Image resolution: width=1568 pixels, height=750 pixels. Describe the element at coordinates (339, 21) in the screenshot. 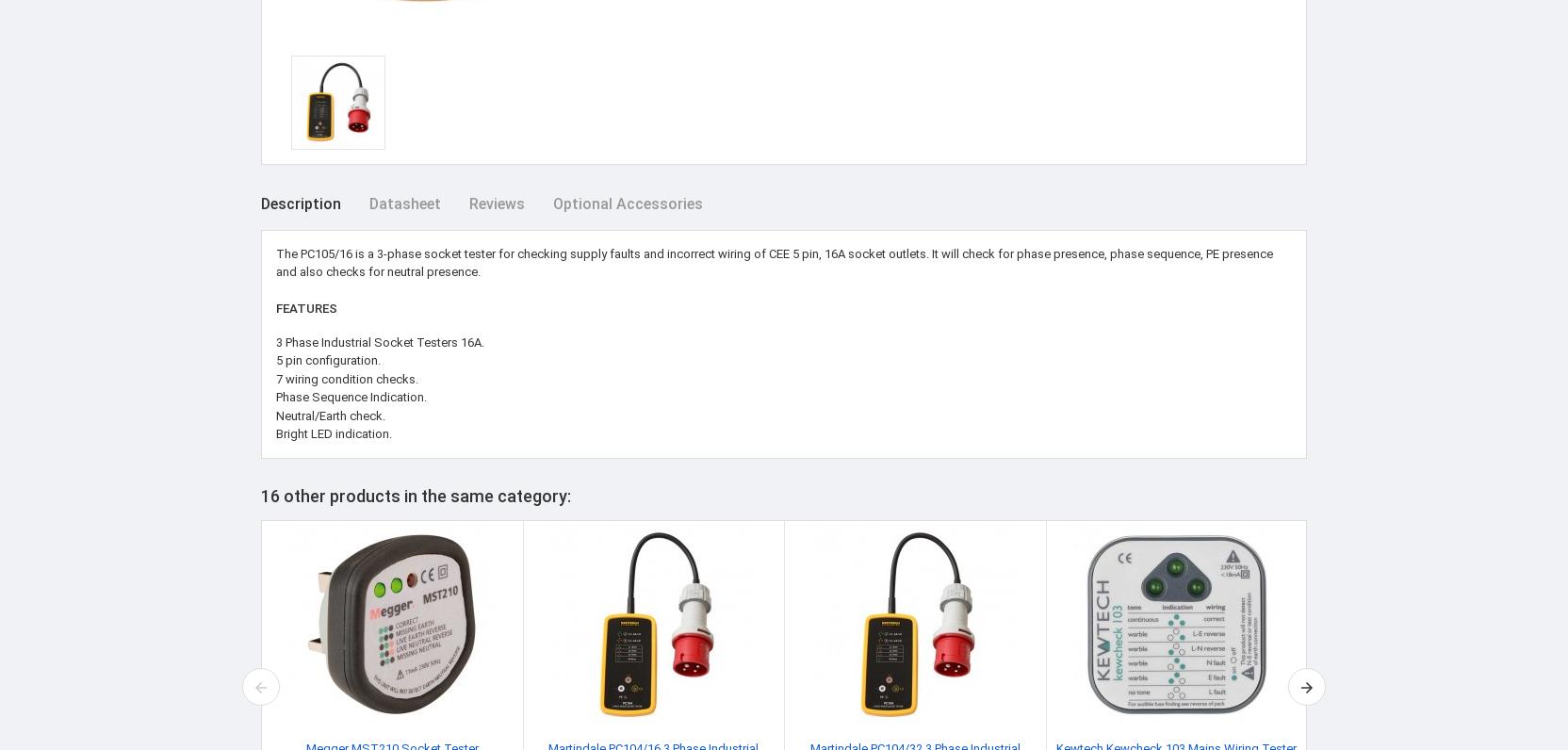

I see `'Ex-Demo & Clearance'` at that location.